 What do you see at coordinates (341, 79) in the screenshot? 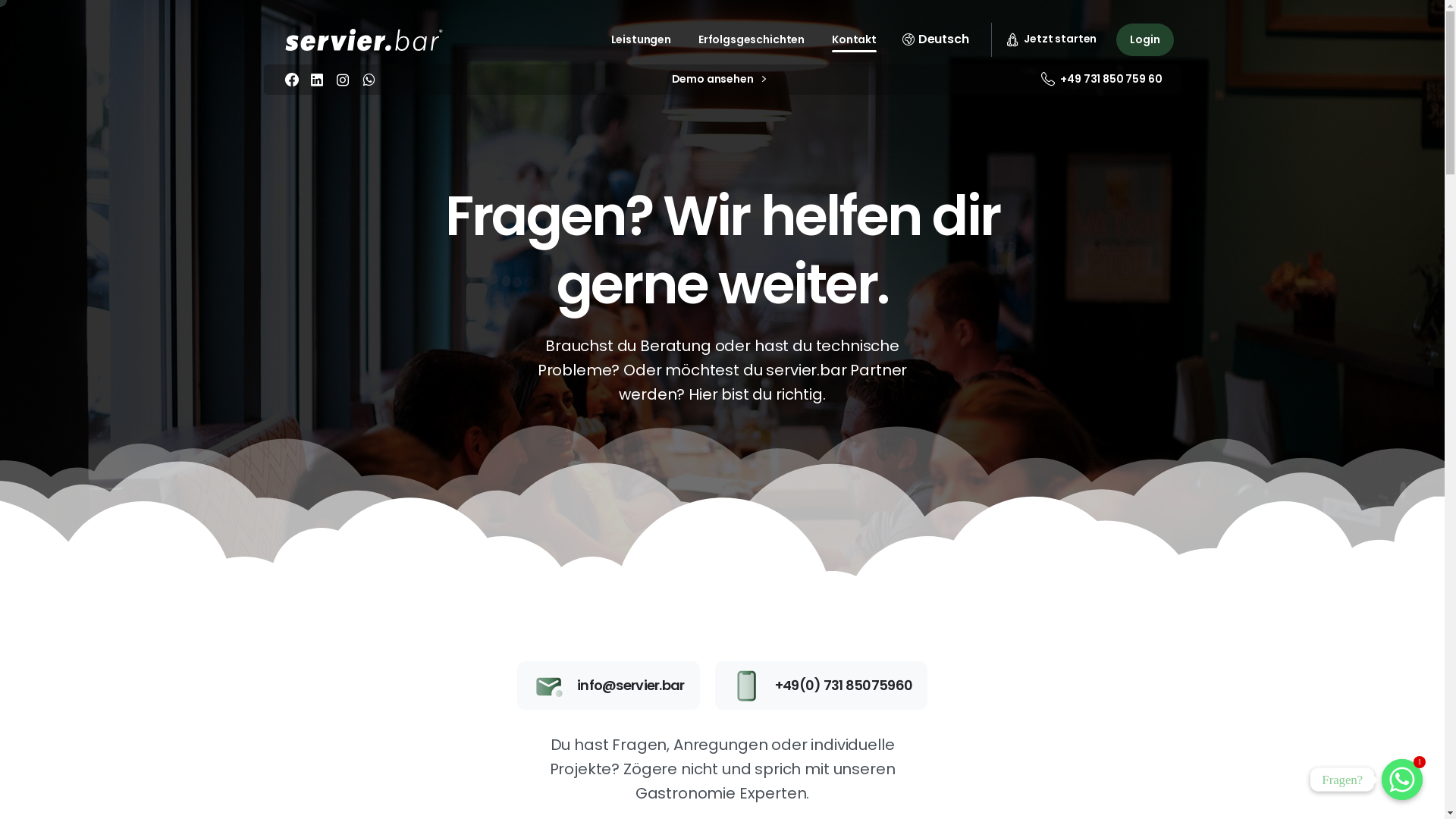
I see `'instagram'` at bounding box center [341, 79].